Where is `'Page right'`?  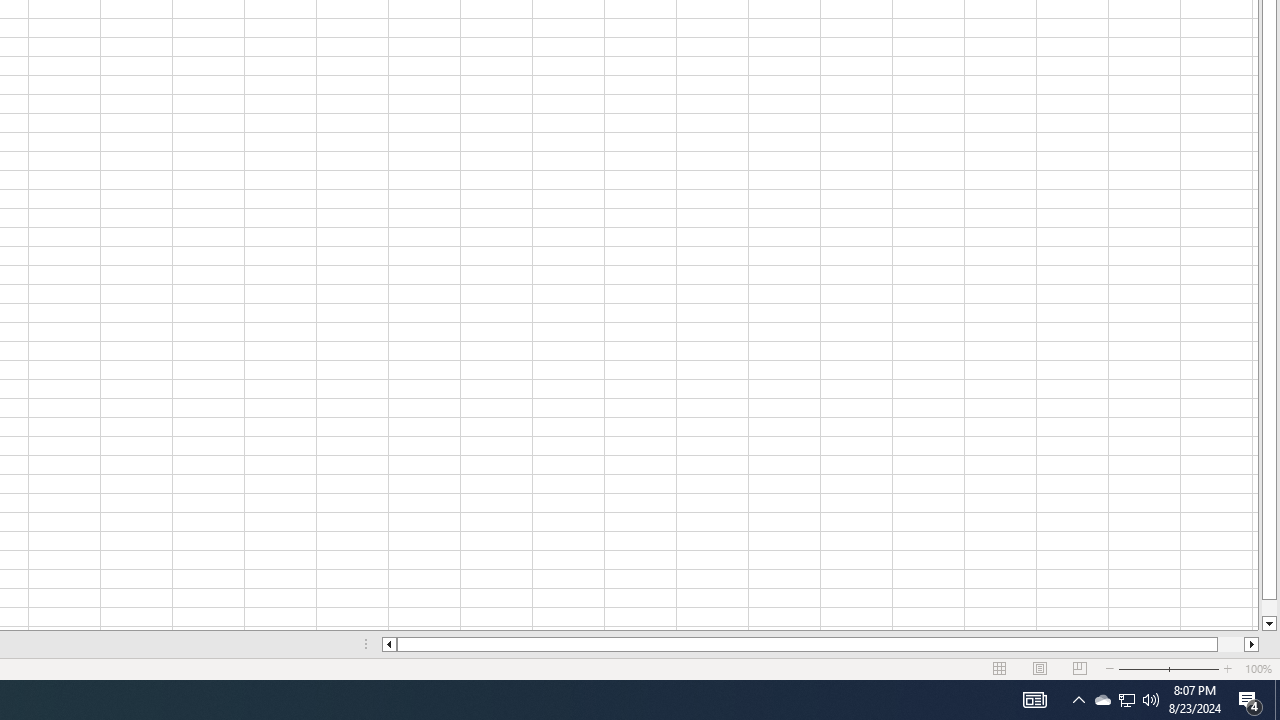 'Page right' is located at coordinates (1230, 644).